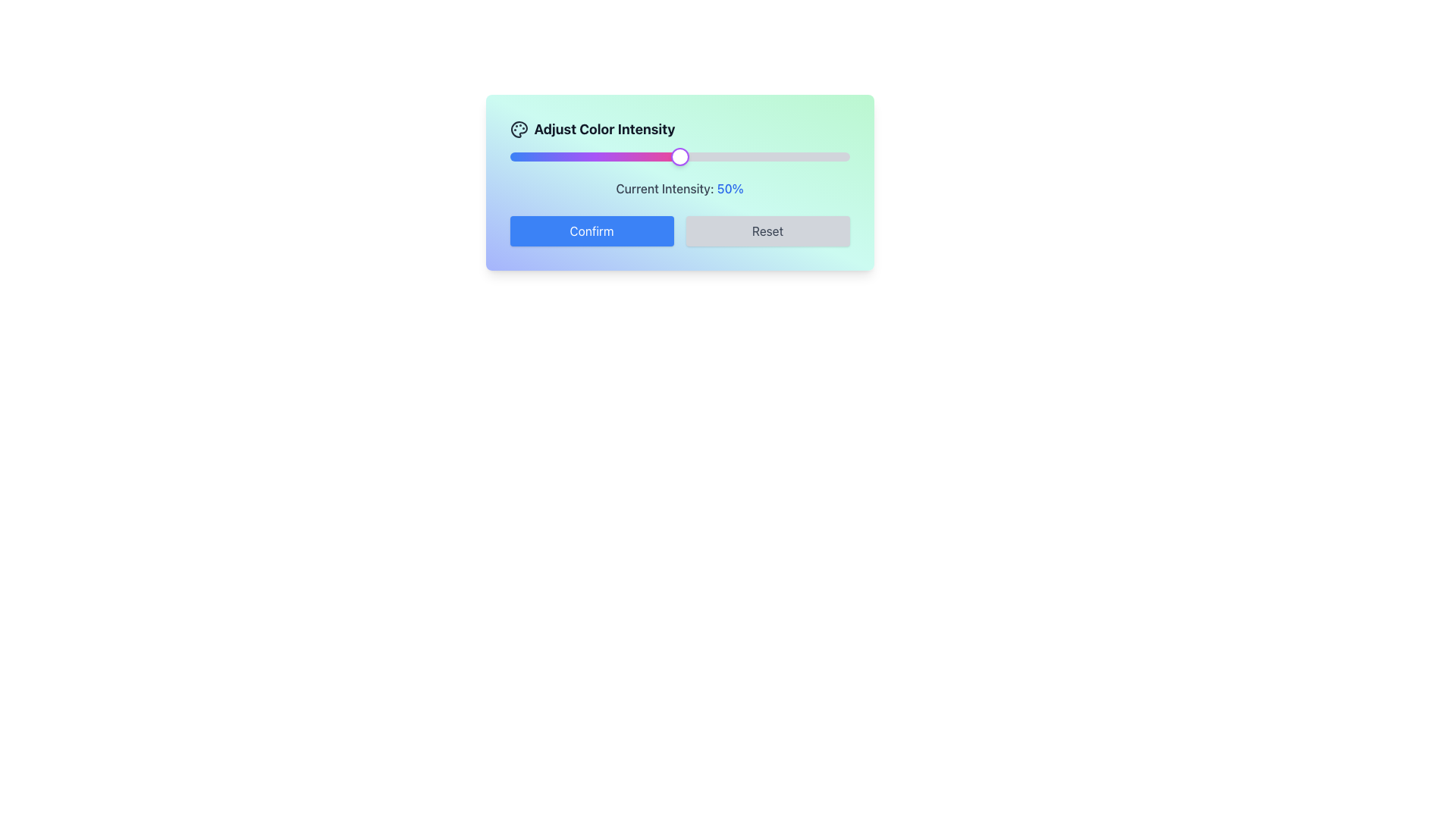 The image size is (1456, 819). Describe the element at coordinates (689, 157) in the screenshot. I see `the intensity` at that location.